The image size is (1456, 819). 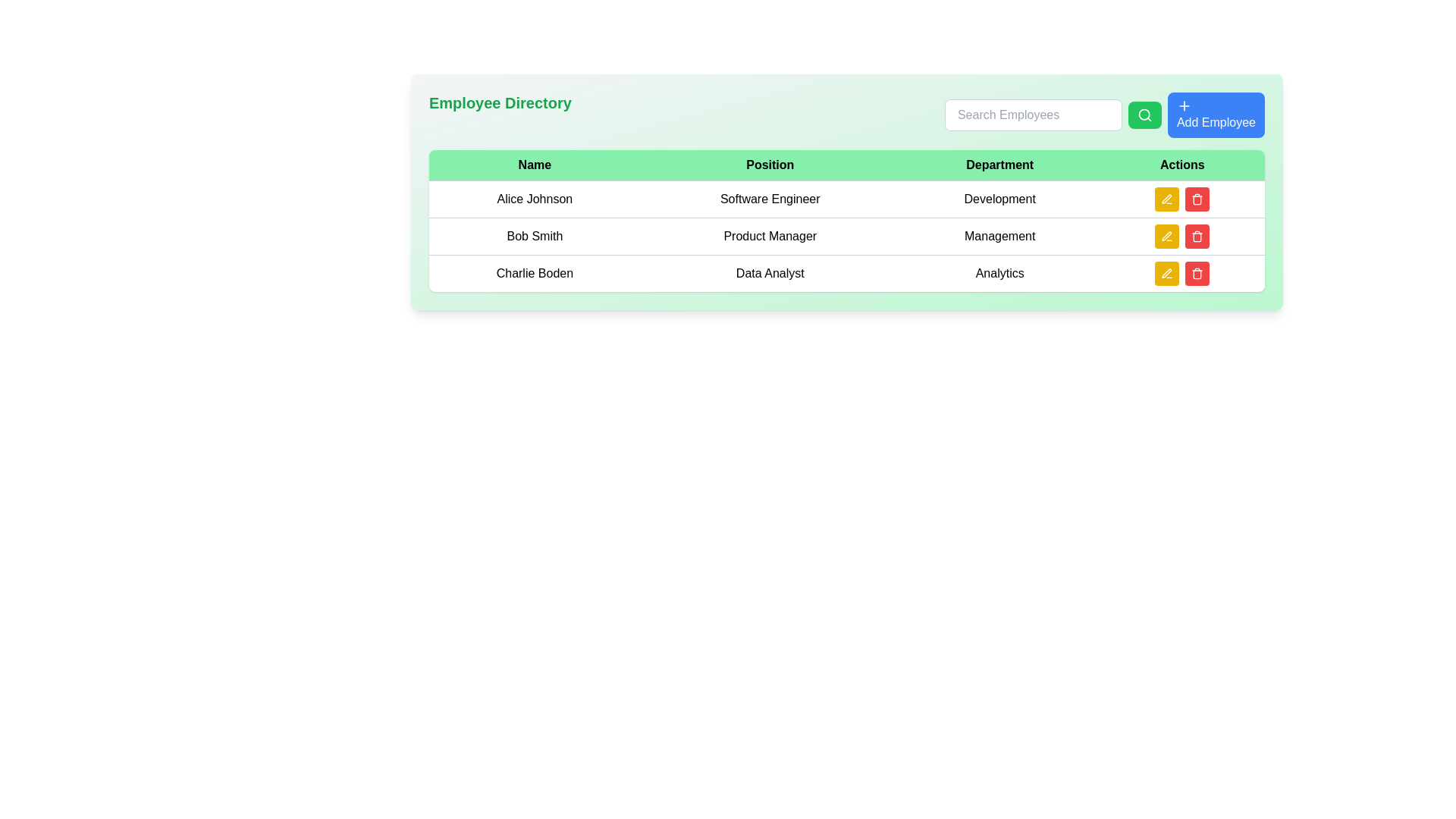 I want to click on the pen-shaped icon with a yellow background located in the Actions column of the last row of the 'Employee Directory' table, corresponding to the employee 'Charlie Boden', so click(x=1166, y=273).